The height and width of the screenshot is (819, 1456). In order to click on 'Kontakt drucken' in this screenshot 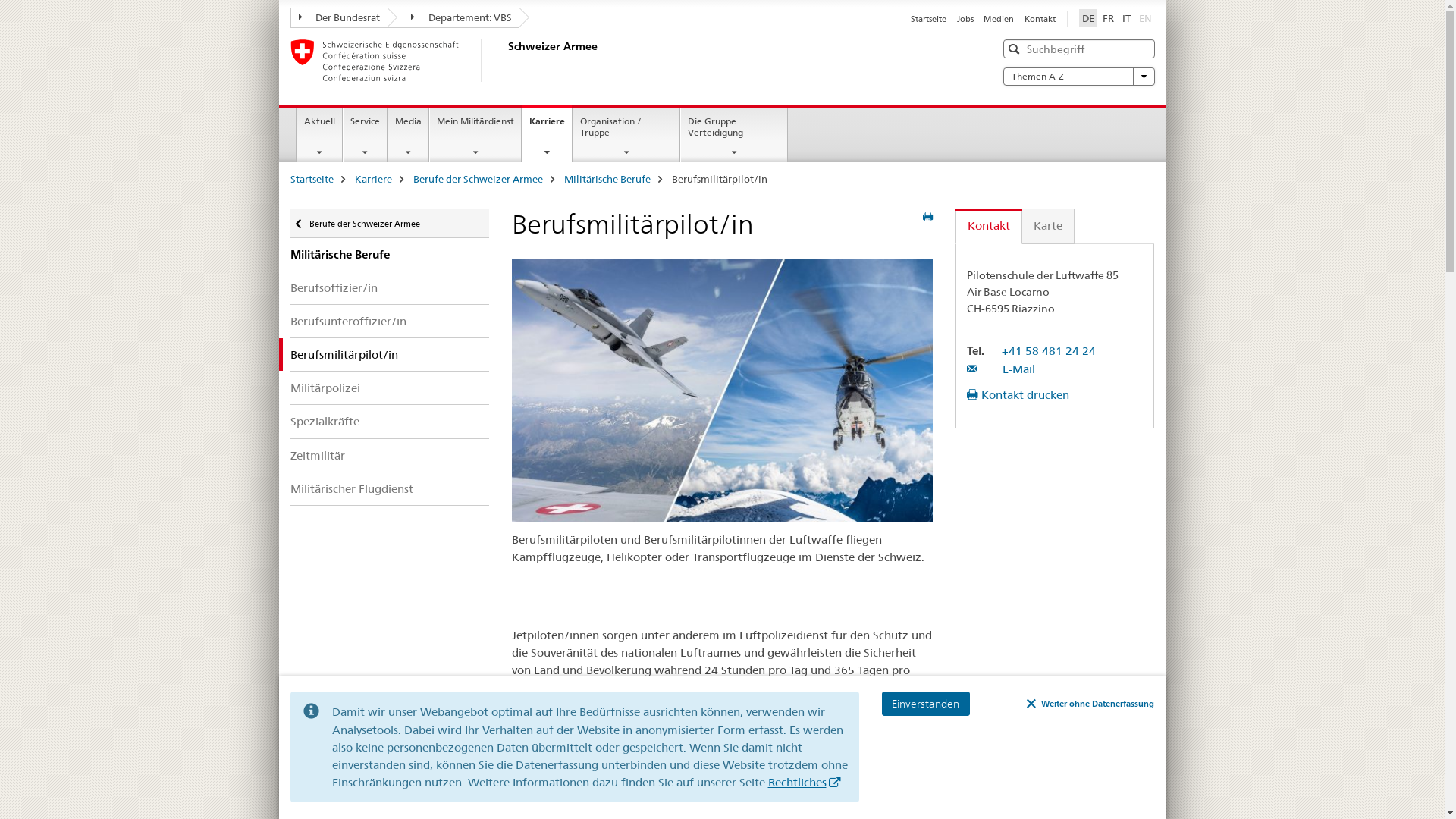, I will do `click(1018, 394)`.